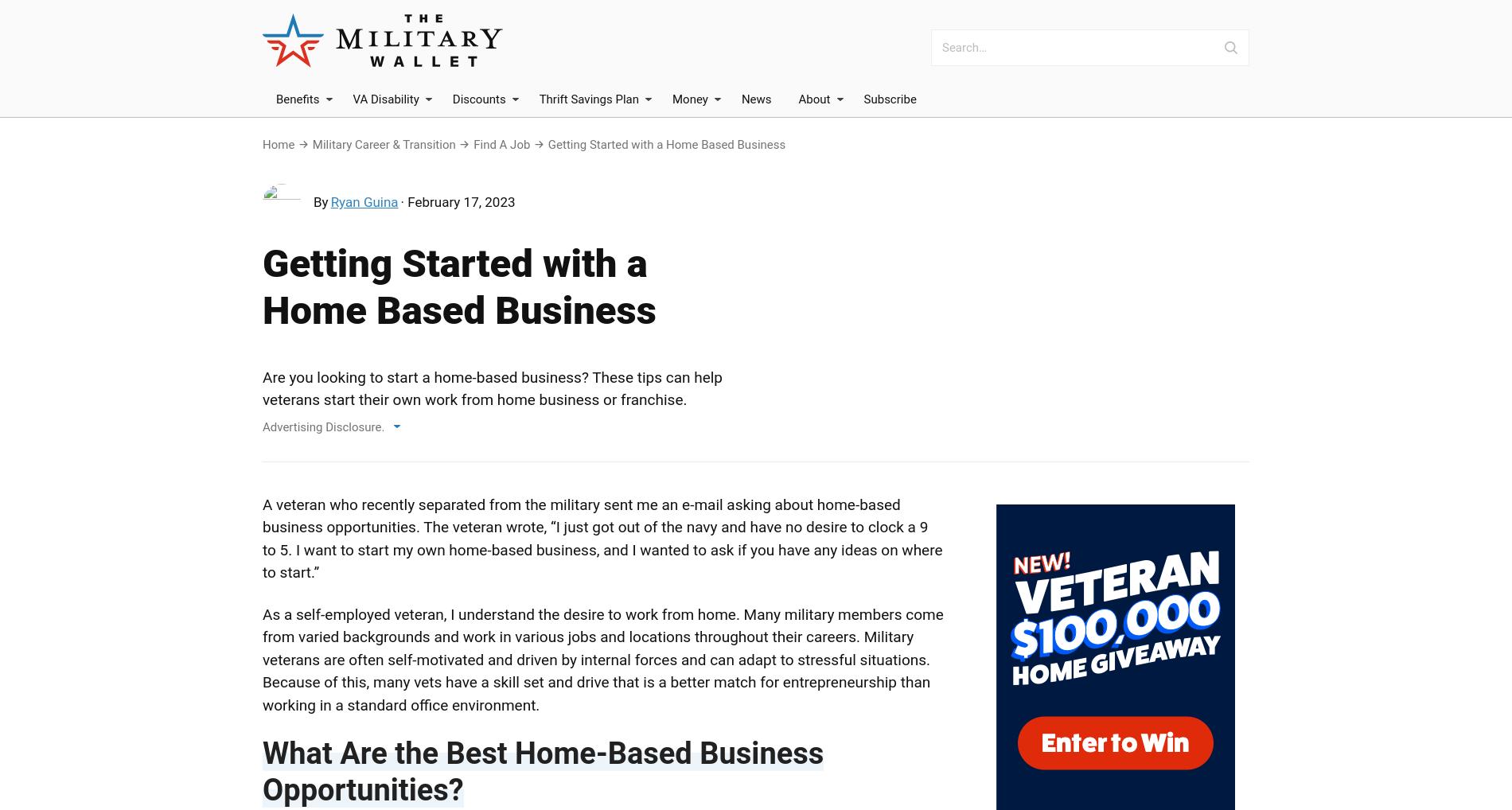  What do you see at coordinates (601, 538) in the screenshot?
I see `'A veteran who recently separated from the military sent me an e-mail asking about home-based business opportunities. The veteran wrote, “I just got out of the navy and have no desire to clock a 9 to 5. I want to start my own home-based business, and I wanted to ask if you have any ideas on where to start.”'` at bounding box center [601, 538].